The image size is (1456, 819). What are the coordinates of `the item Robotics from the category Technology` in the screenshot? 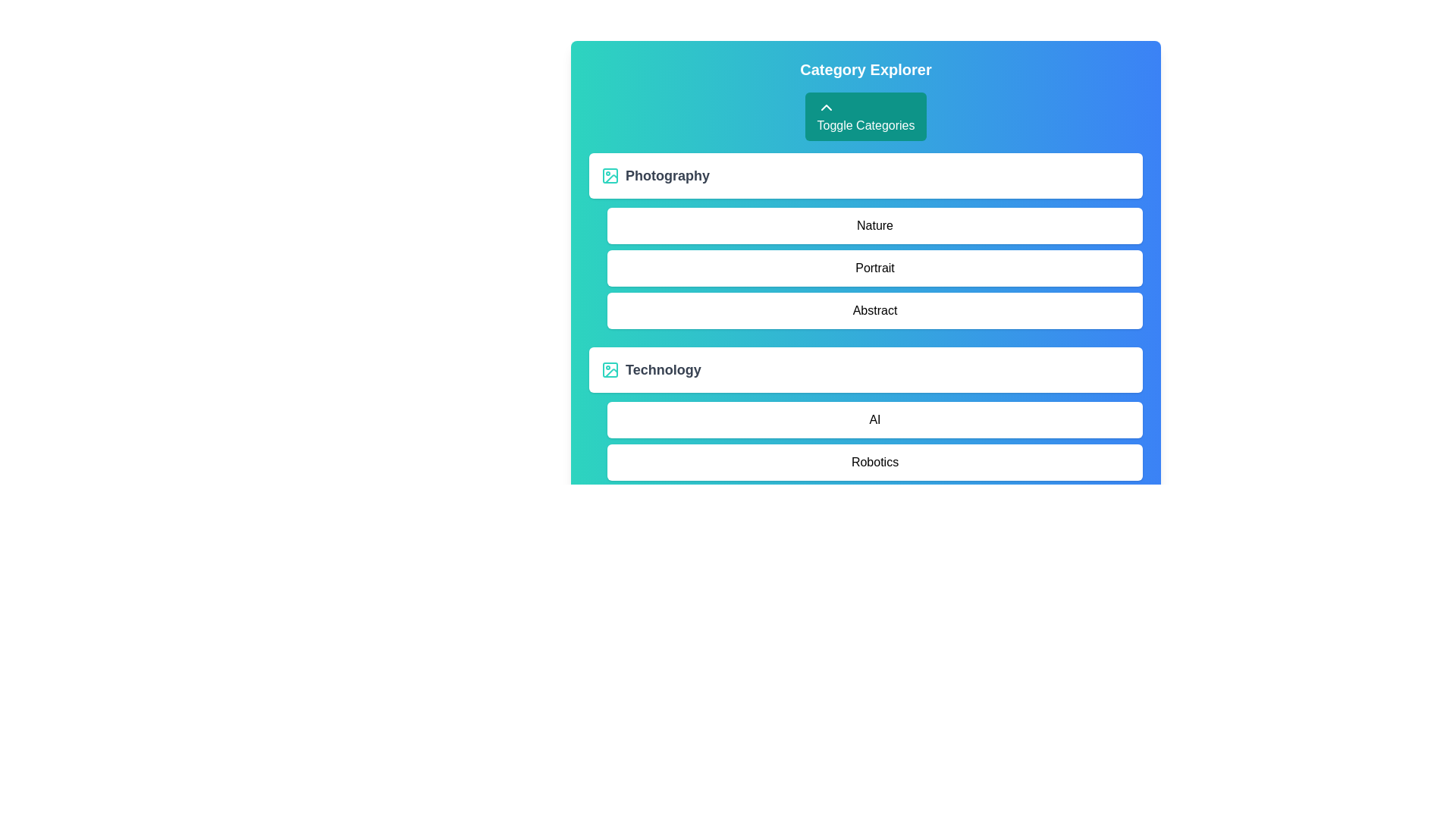 It's located at (874, 461).